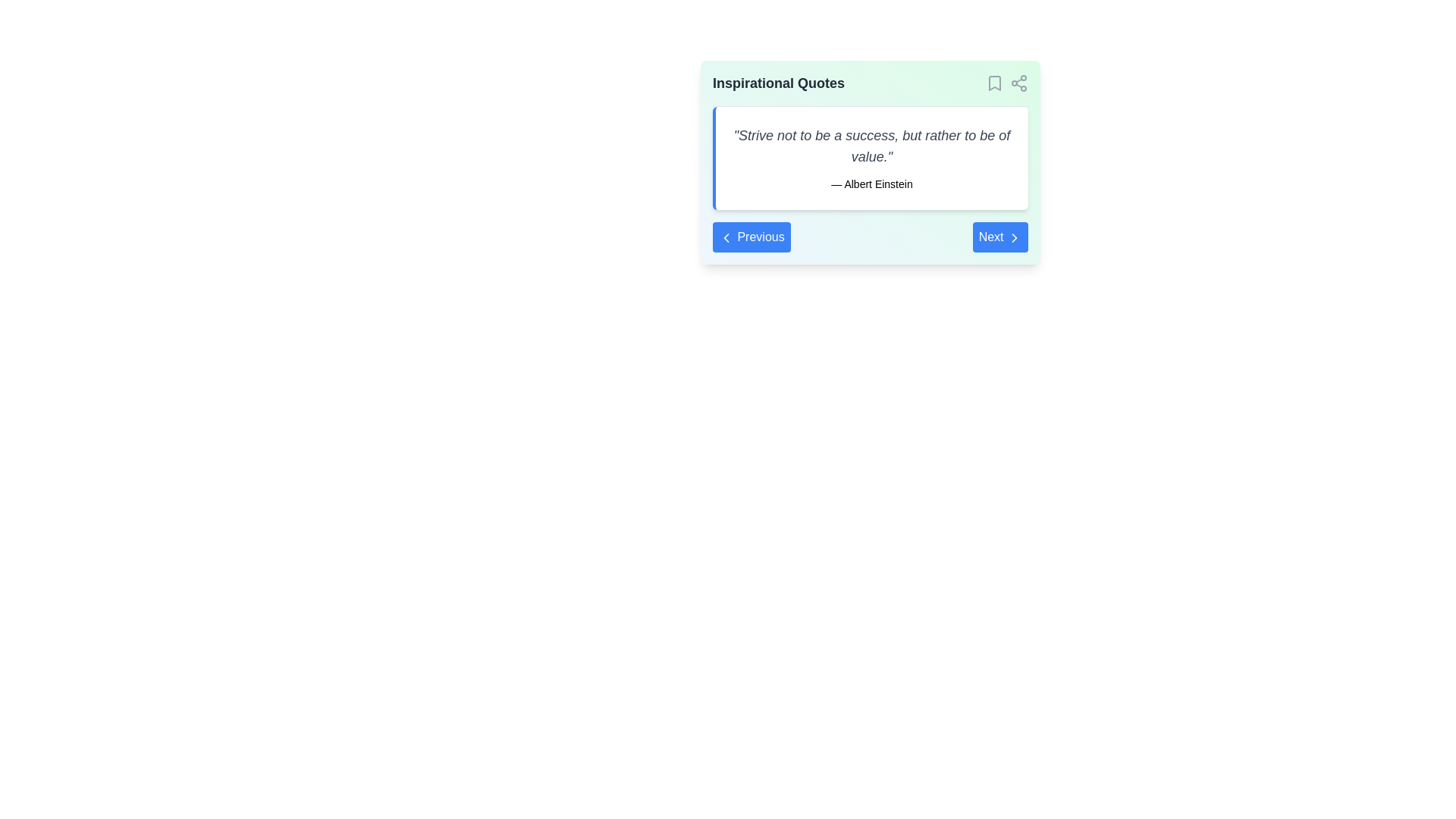  I want to click on the right-facing chevron arrow icon in the 'Next' button located at the bottom-right corner of the card to trigger hover effects, so click(1015, 237).